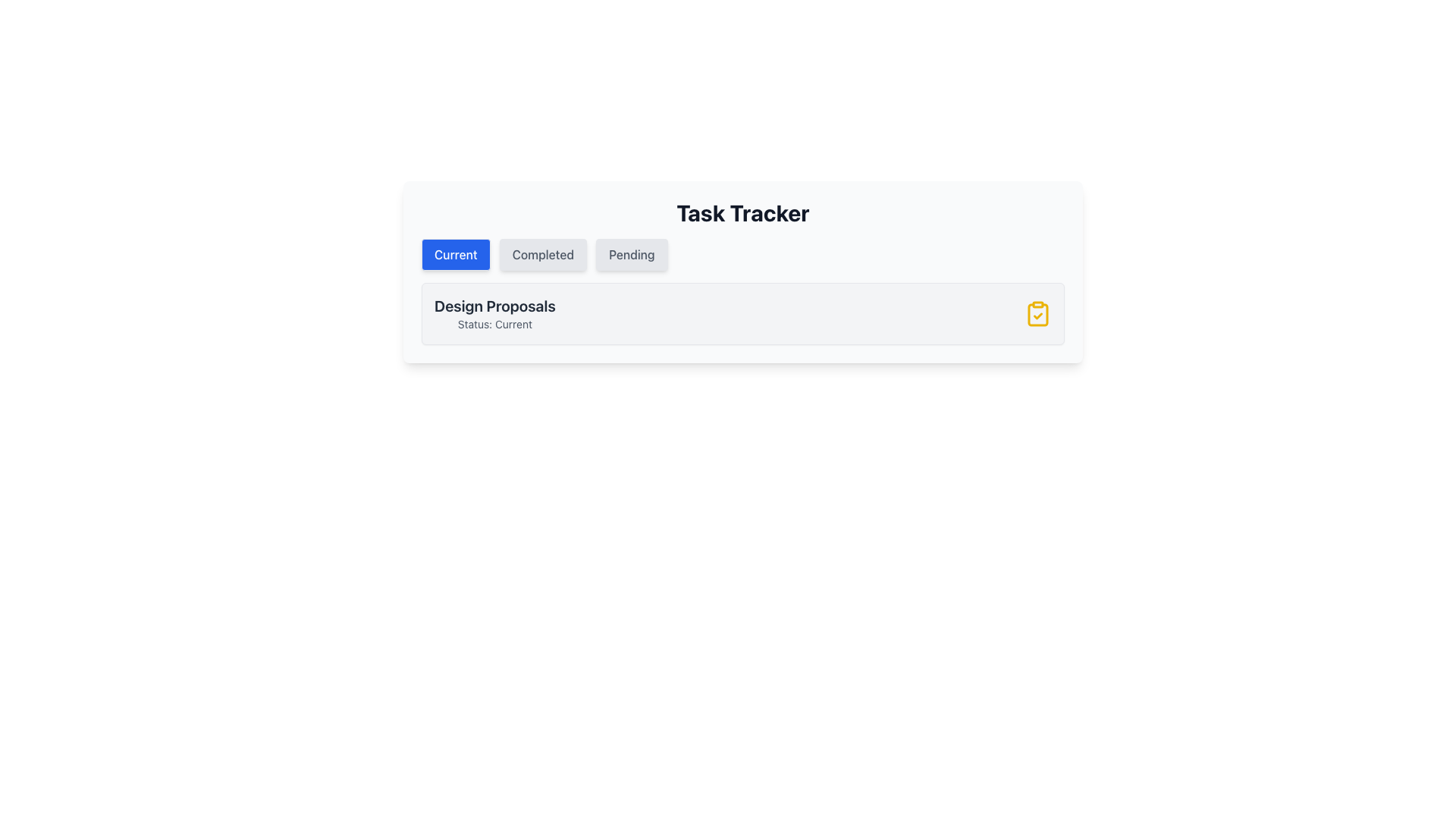 The height and width of the screenshot is (819, 1456). I want to click on the bold textual heading 'Task Tracker' which is centrally aligned above the tabs 'Current', 'Completed', 'Pending', so click(742, 213).